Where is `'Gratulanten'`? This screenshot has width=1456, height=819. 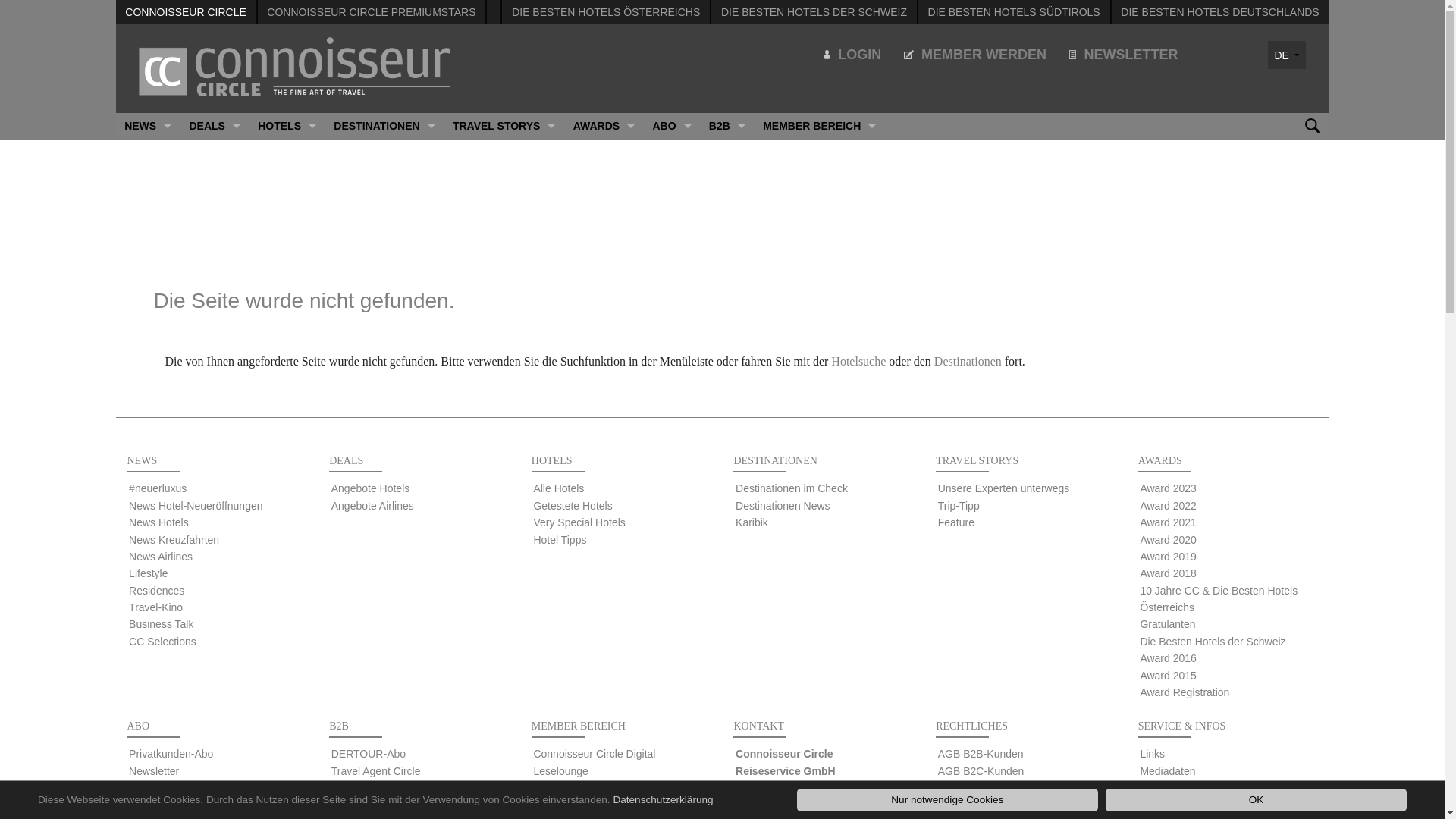 'Gratulanten' is located at coordinates (1166, 623).